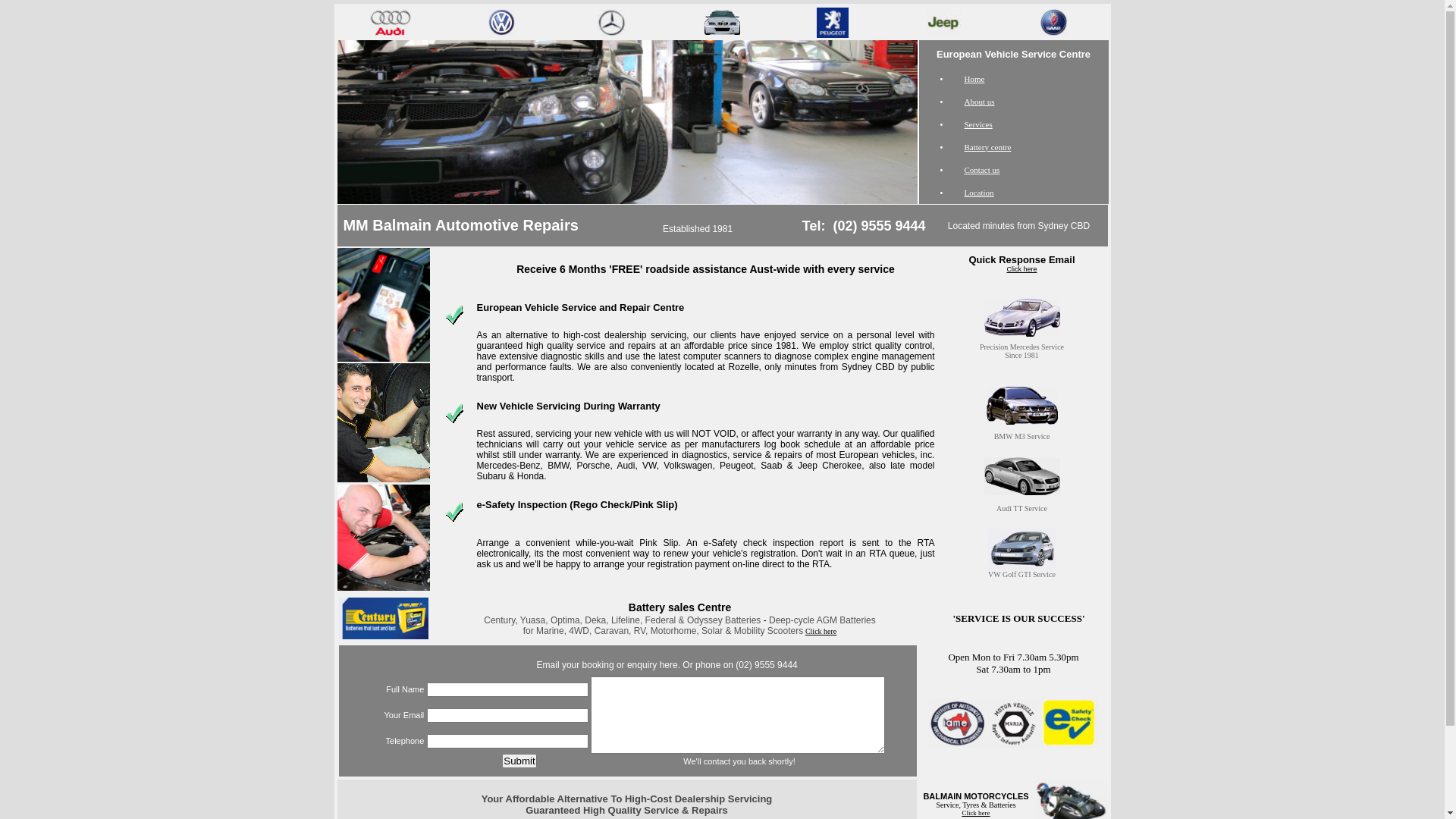 Image resolution: width=1456 pixels, height=819 pixels. What do you see at coordinates (519, 761) in the screenshot?
I see `'Submit'` at bounding box center [519, 761].